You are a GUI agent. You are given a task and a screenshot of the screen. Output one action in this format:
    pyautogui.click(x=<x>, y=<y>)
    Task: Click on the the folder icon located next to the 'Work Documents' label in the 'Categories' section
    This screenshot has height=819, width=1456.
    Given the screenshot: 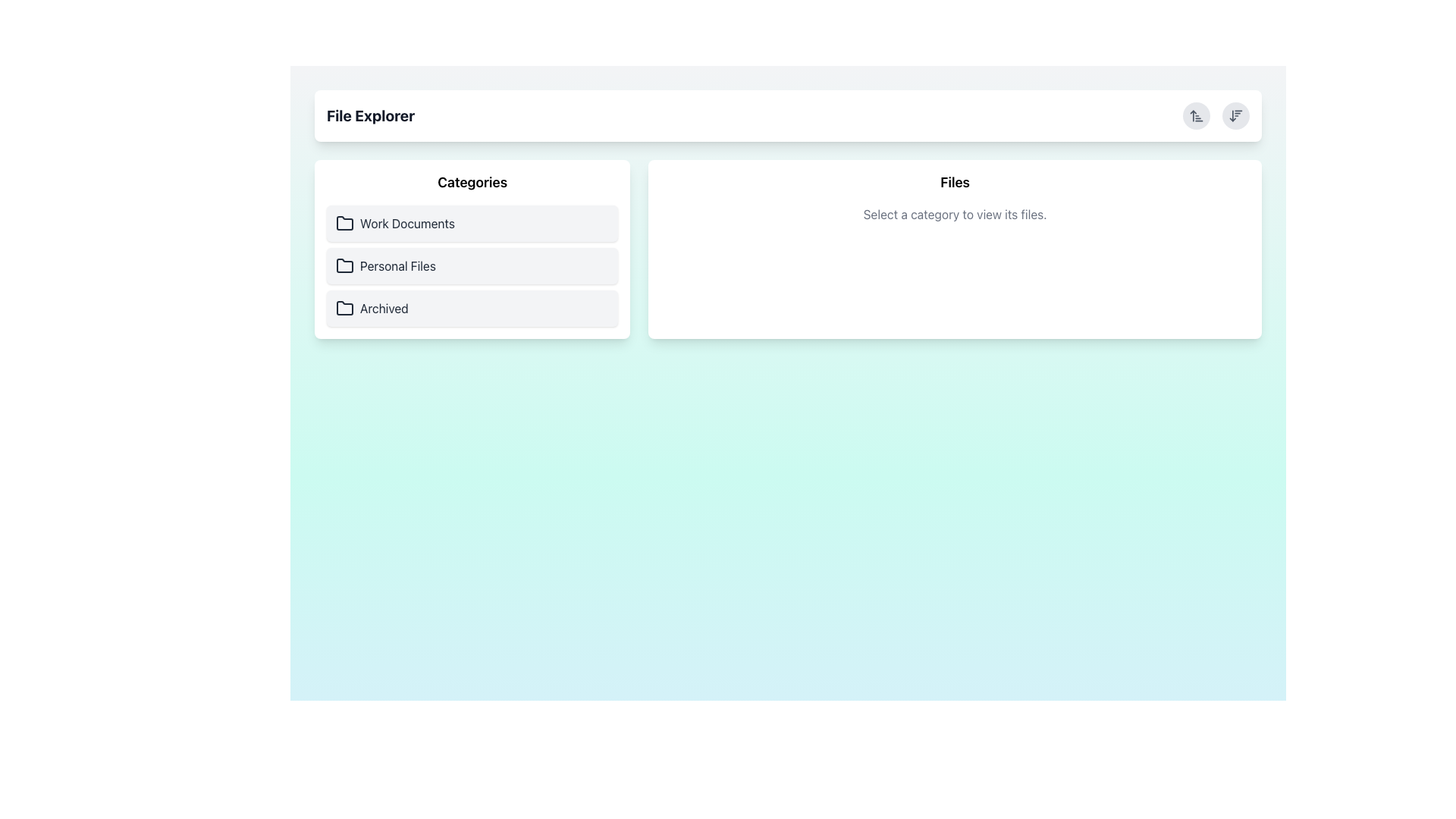 What is the action you would take?
    pyautogui.click(x=344, y=223)
    